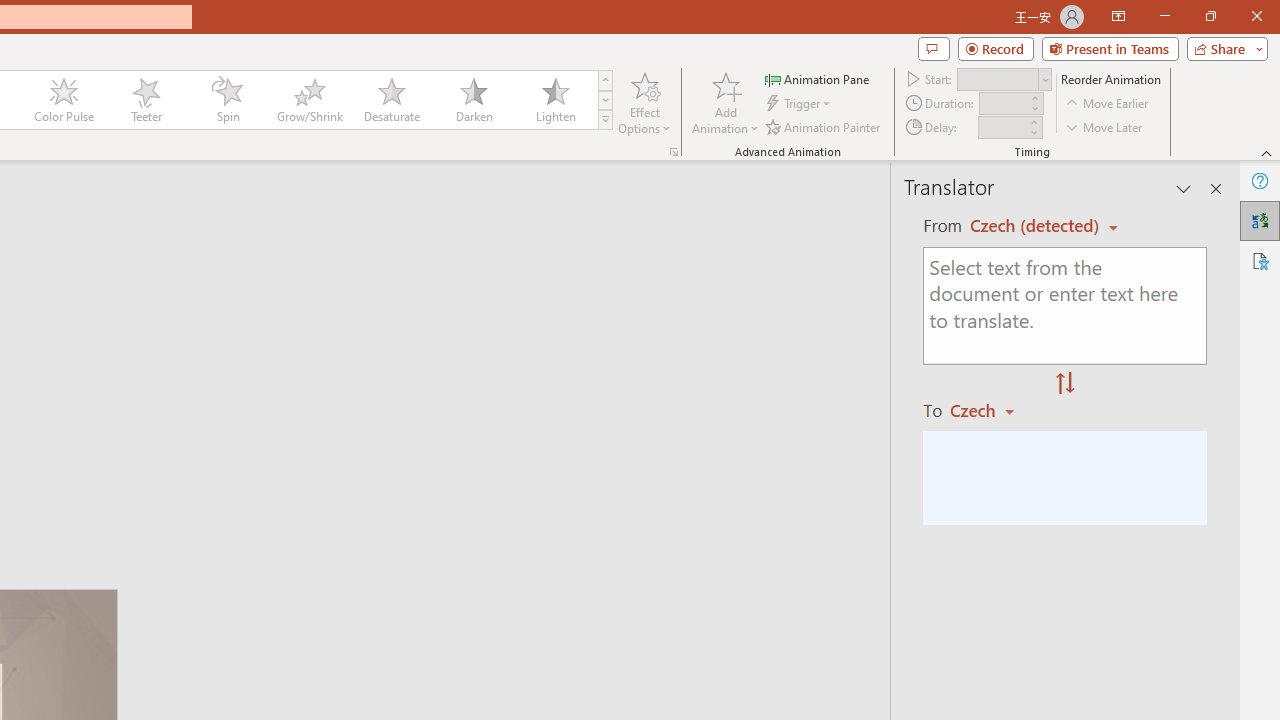 This screenshot has width=1280, height=720. Describe the element at coordinates (818, 78) in the screenshot. I see `'Animation Pane'` at that location.